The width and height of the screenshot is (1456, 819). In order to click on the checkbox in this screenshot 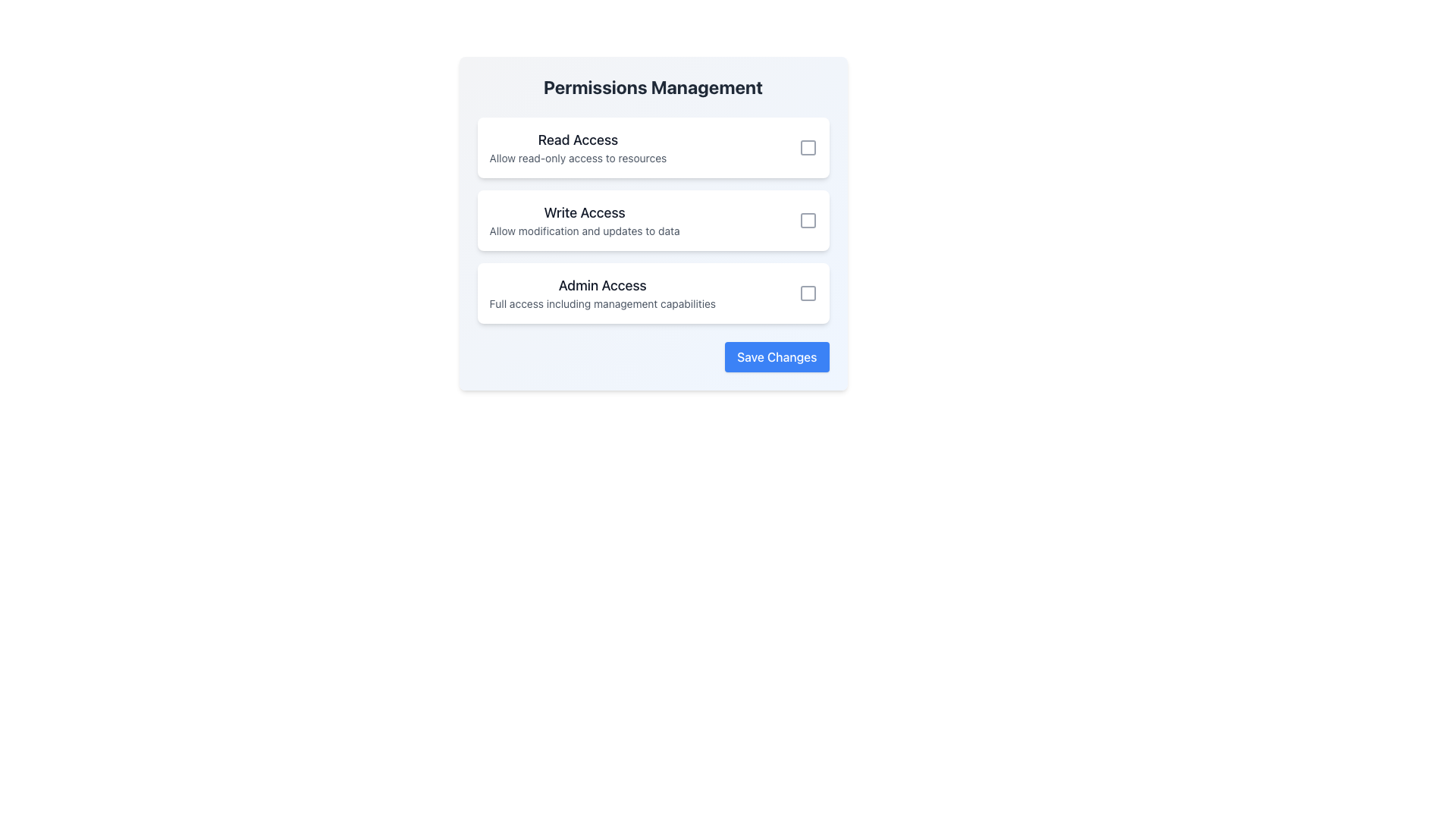, I will do `click(653, 223)`.